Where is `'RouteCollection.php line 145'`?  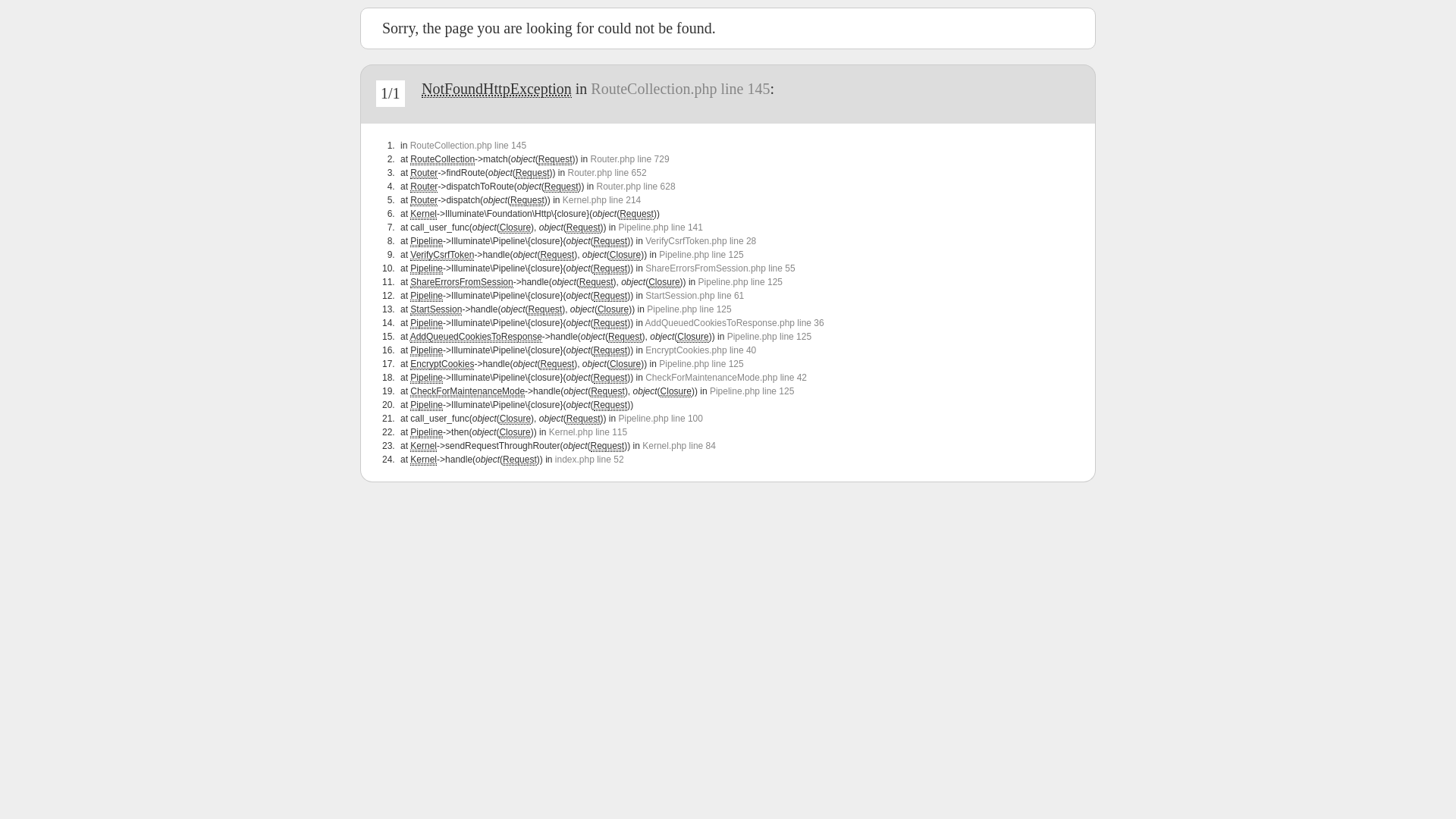 'RouteCollection.php line 145' is located at coordinates (679, 88).